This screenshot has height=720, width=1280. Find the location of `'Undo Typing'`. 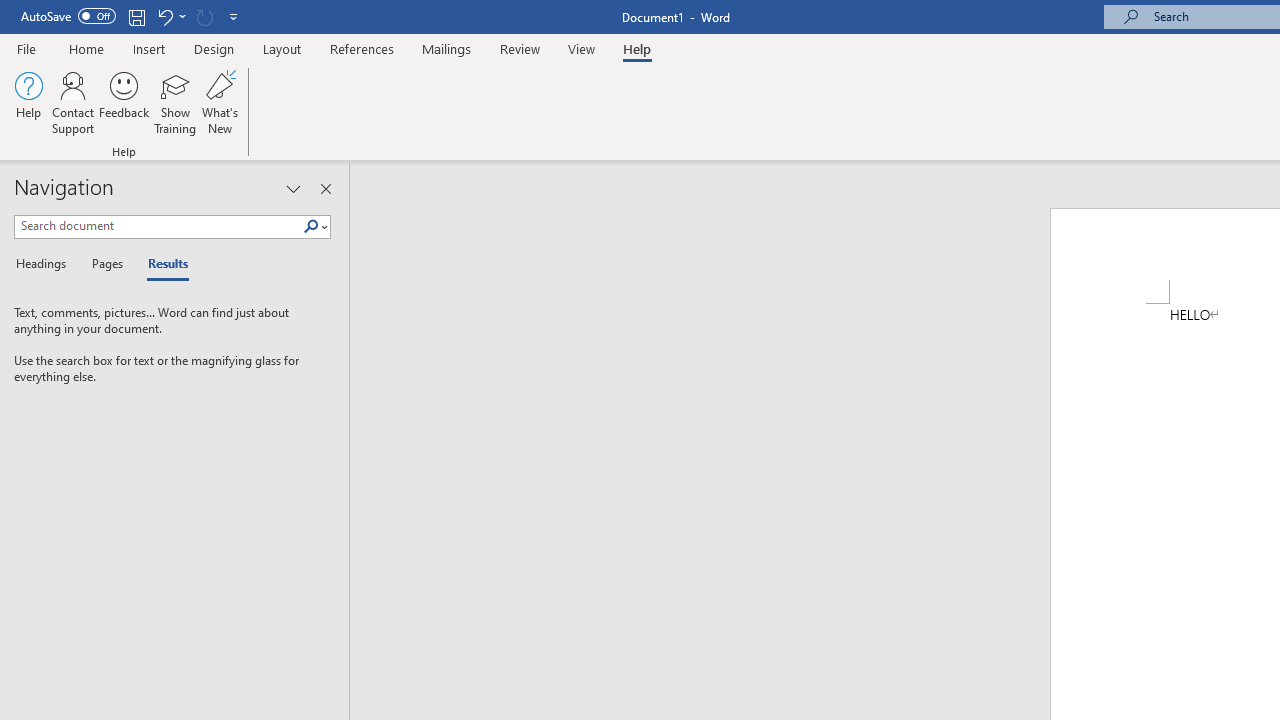

'Undo Typing' is located at coordinates (170, 16).